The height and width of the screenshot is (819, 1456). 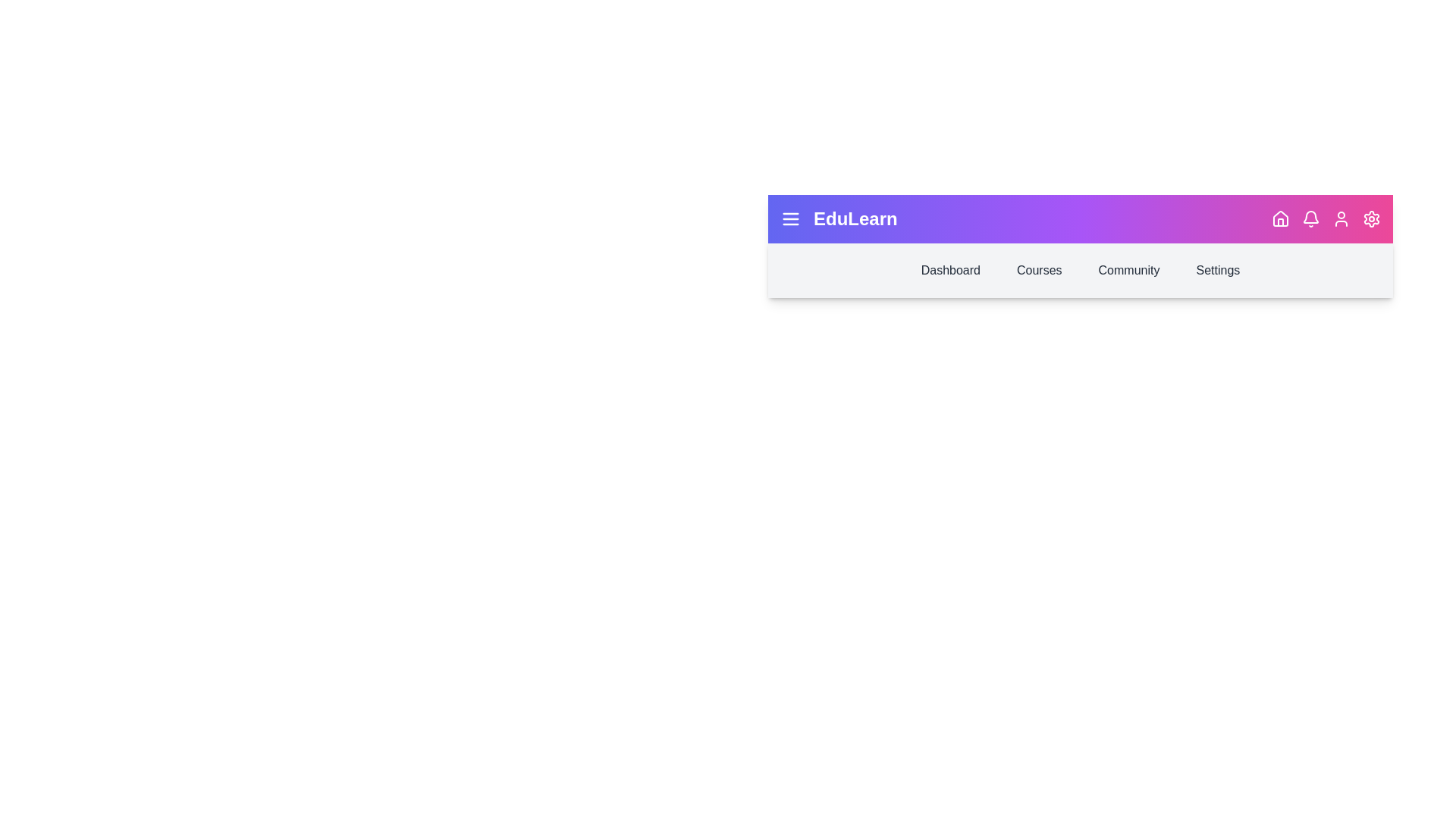 What do you see at coordinates (949, 270) in the screenshot?
I see `the Dashboard navigation link in the header` at bounding box center [949, 270].